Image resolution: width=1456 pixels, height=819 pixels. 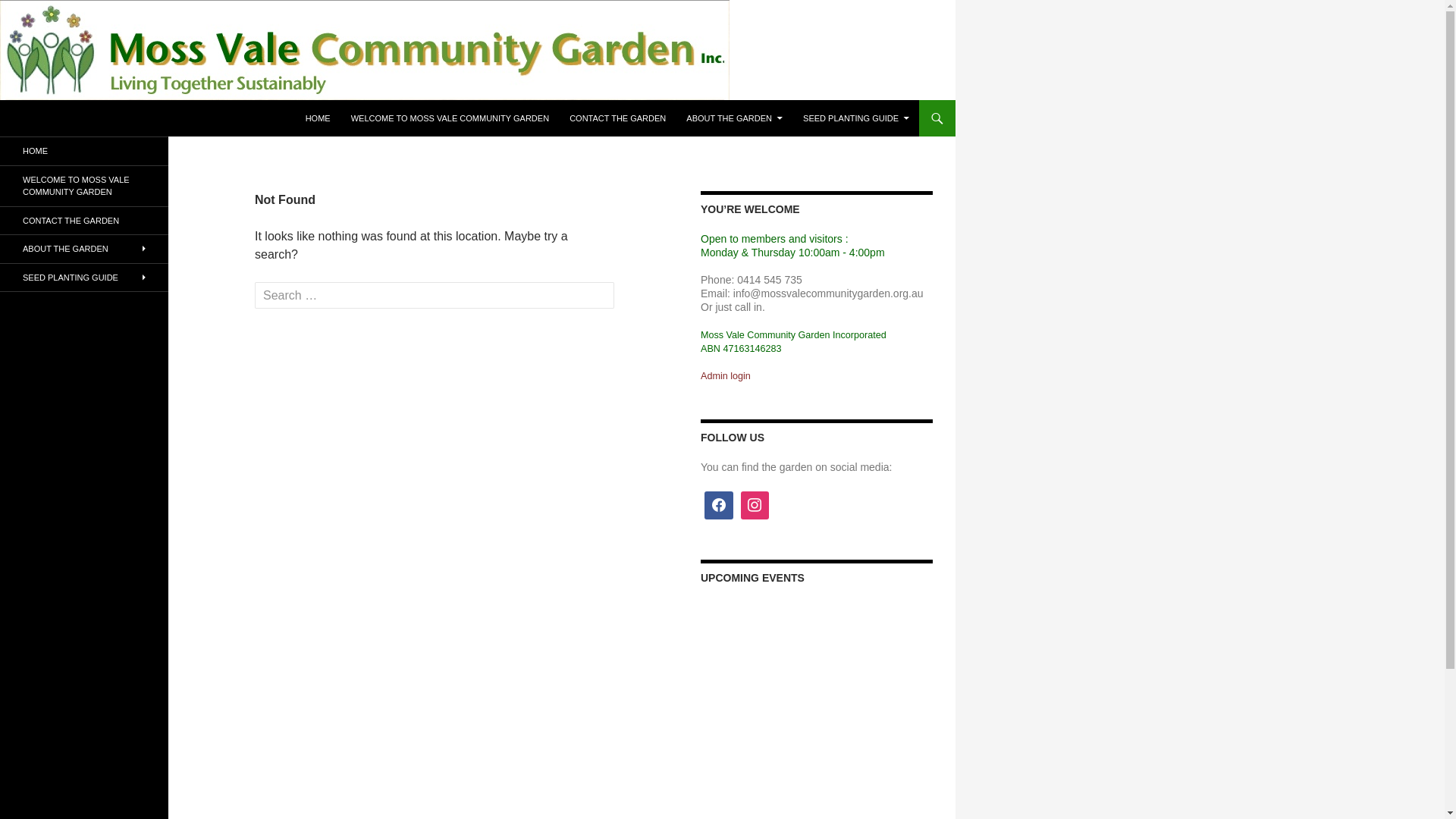 I want to click on 'CONTACT THE GARDEN', so click(x=0, y=220).